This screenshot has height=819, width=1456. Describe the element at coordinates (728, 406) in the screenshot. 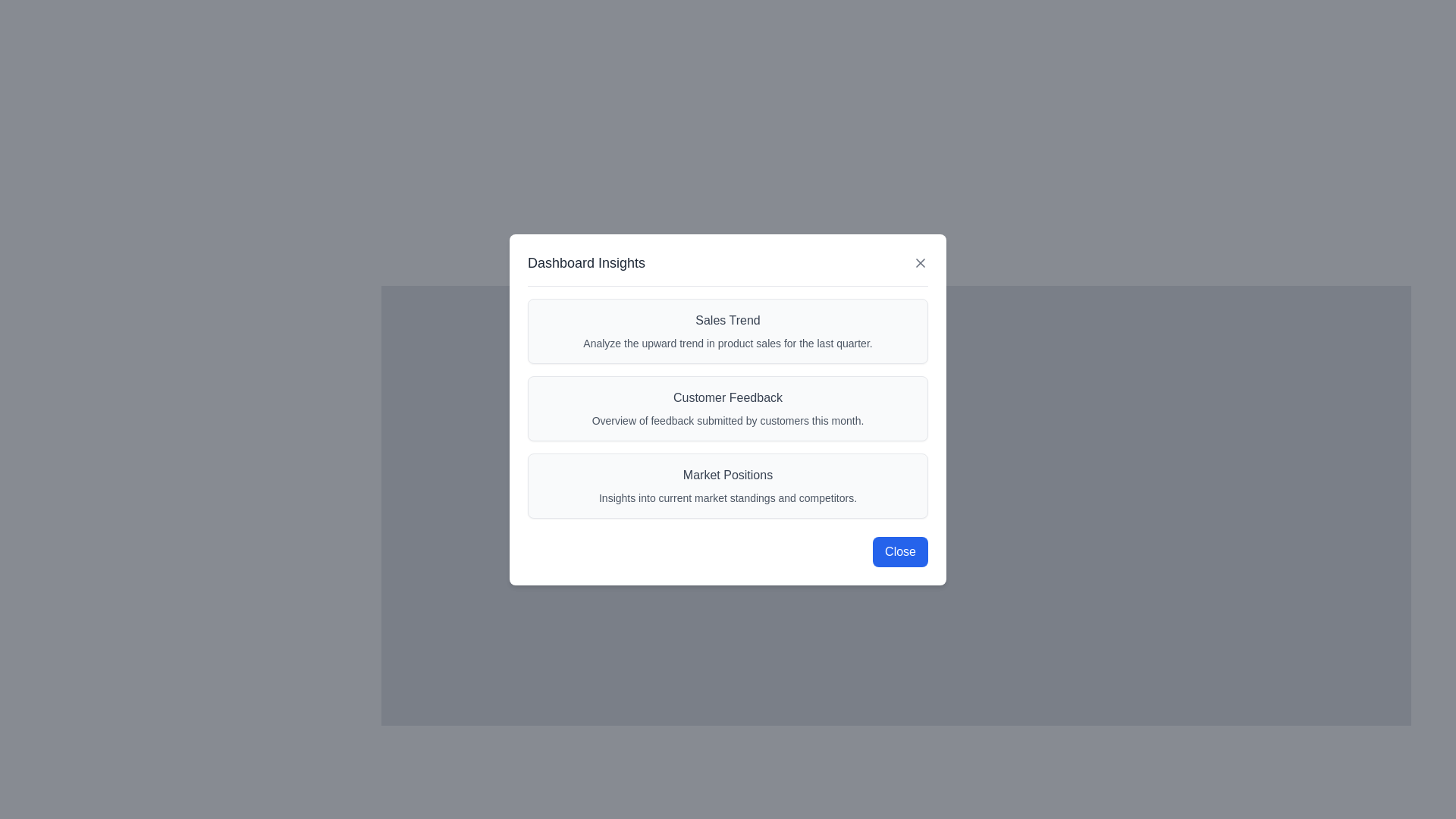

I see `the grouped content panel containing insights on sales trends, customer feedback, and market standings located in the 'Dashboard Insights' modal` at that location.